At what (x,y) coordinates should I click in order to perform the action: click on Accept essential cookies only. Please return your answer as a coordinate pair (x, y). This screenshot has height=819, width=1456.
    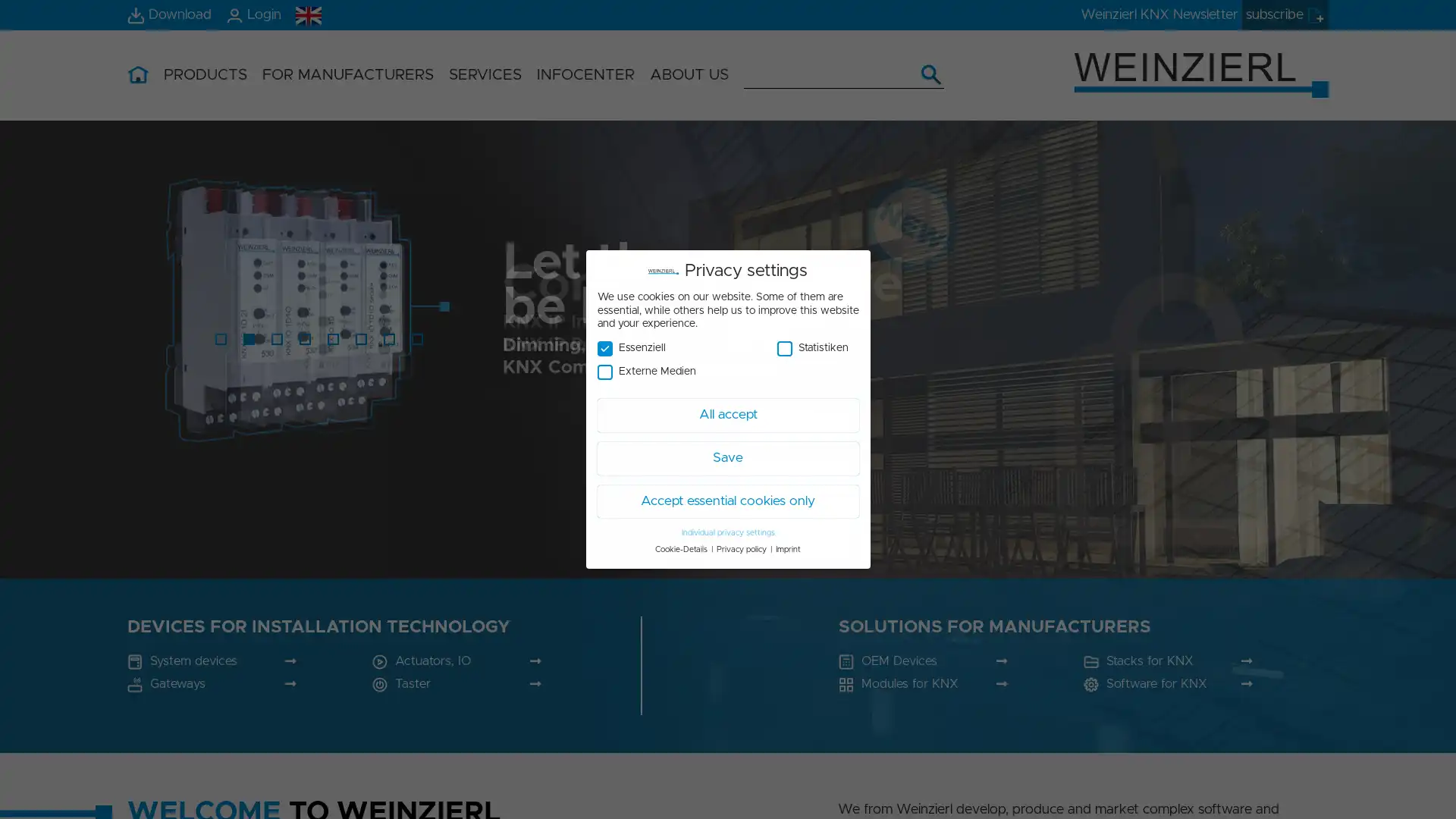
    Looking at the image, I should click on (726, 500).